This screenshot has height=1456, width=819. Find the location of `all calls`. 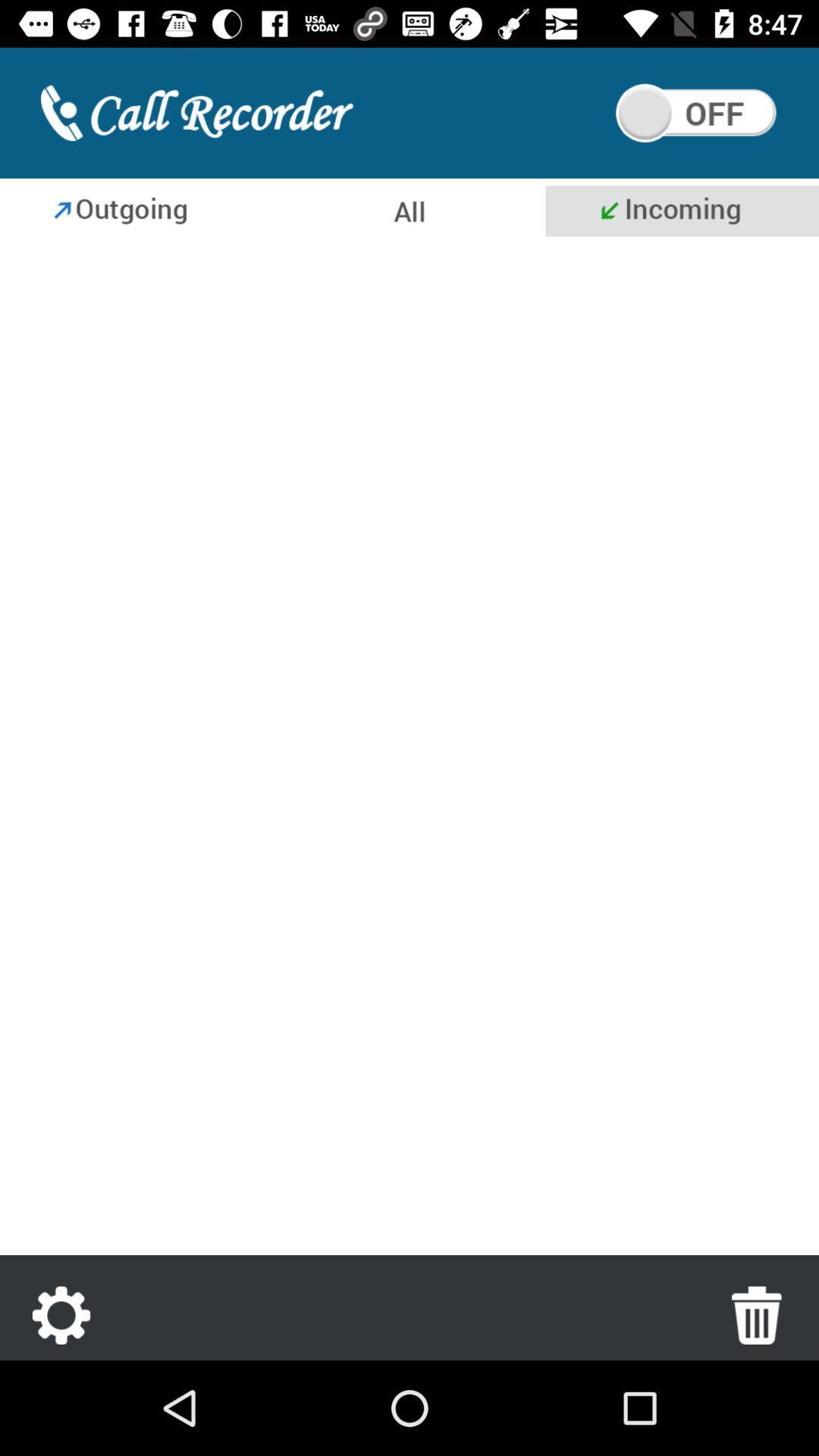

all calls is located at coordinates (407, 210).